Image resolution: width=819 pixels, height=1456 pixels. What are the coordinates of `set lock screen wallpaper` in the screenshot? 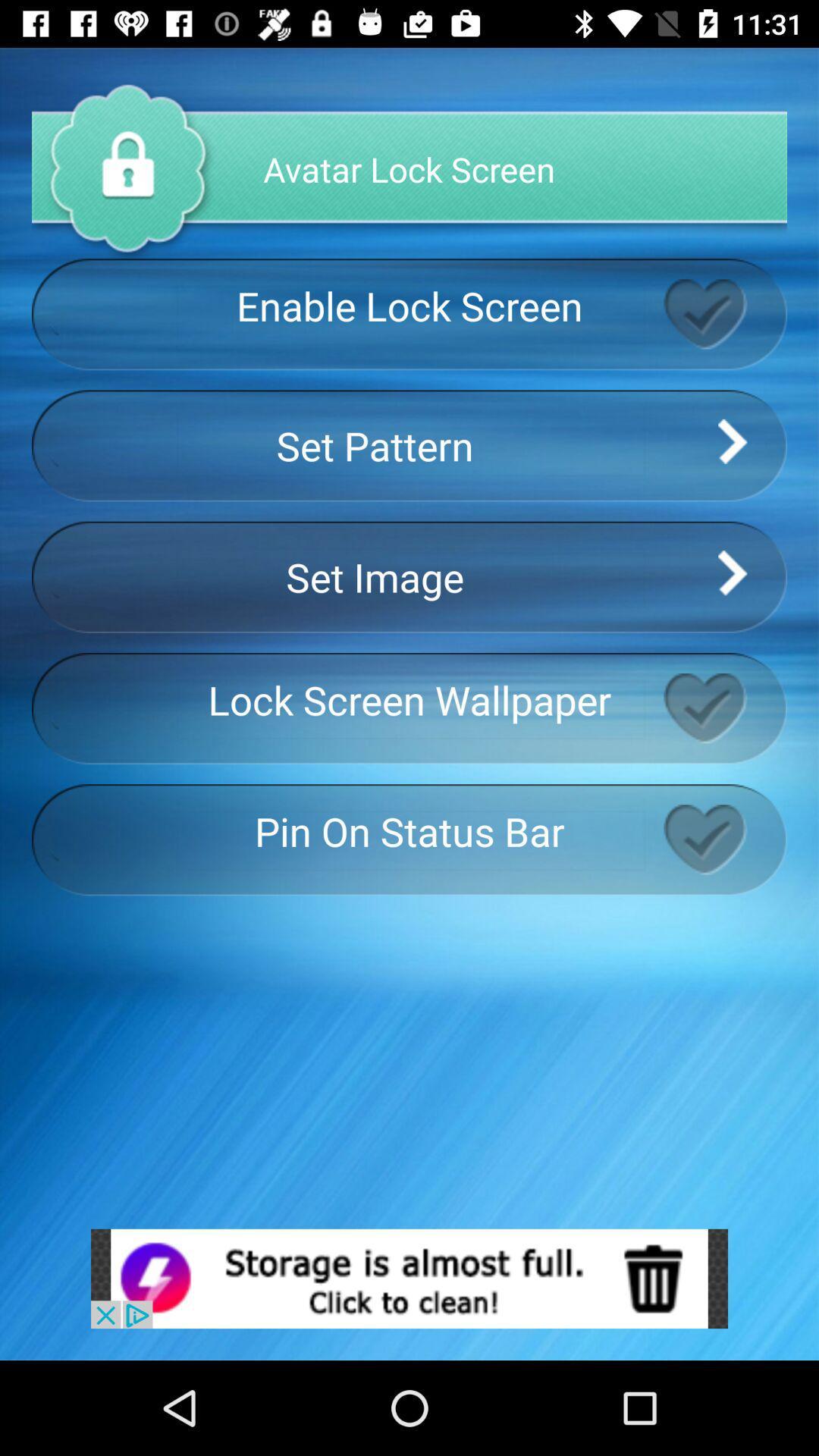 It's located at (724, 708).